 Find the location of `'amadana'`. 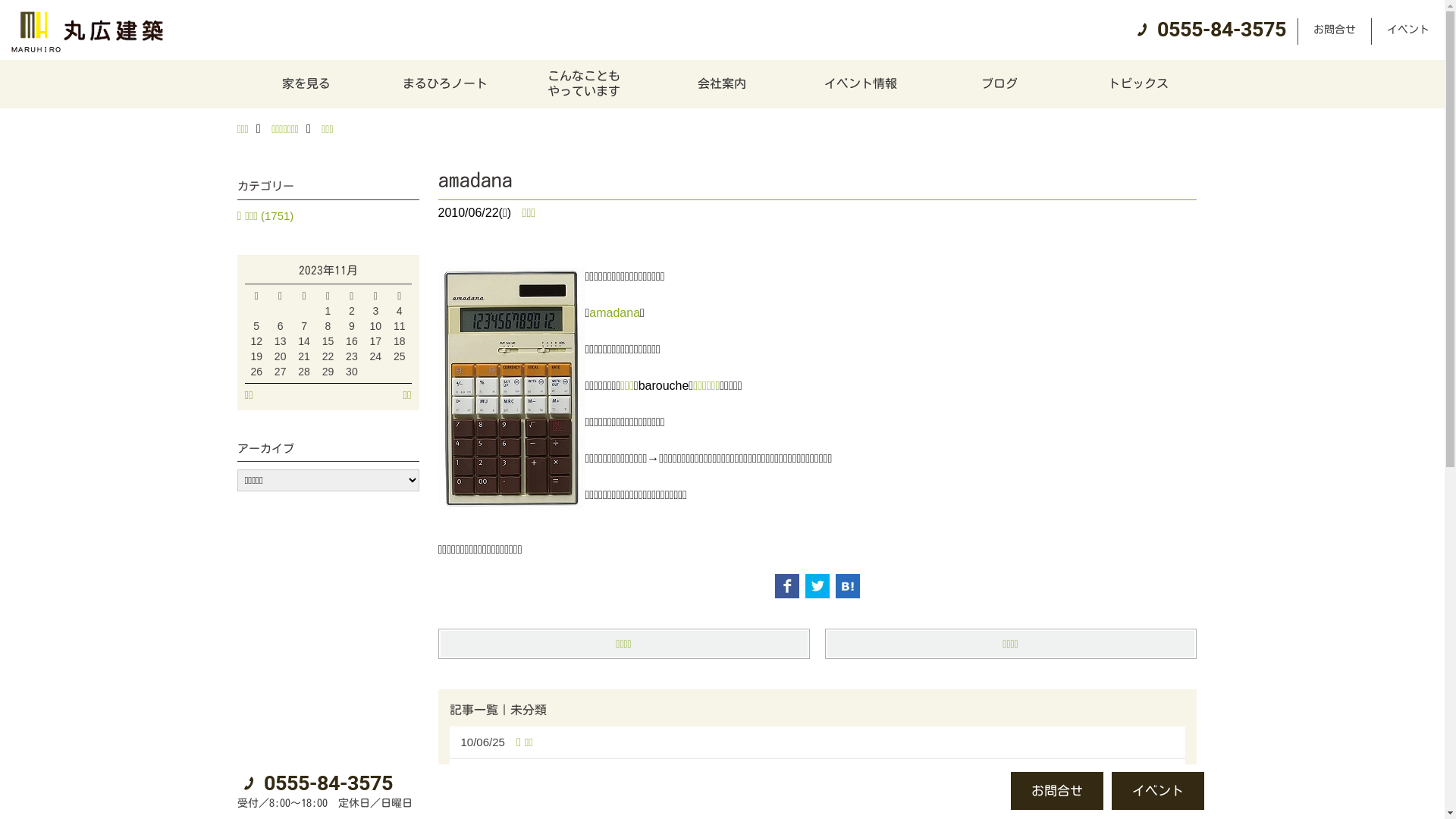

'amadana' is located at coordinates (614, 312).